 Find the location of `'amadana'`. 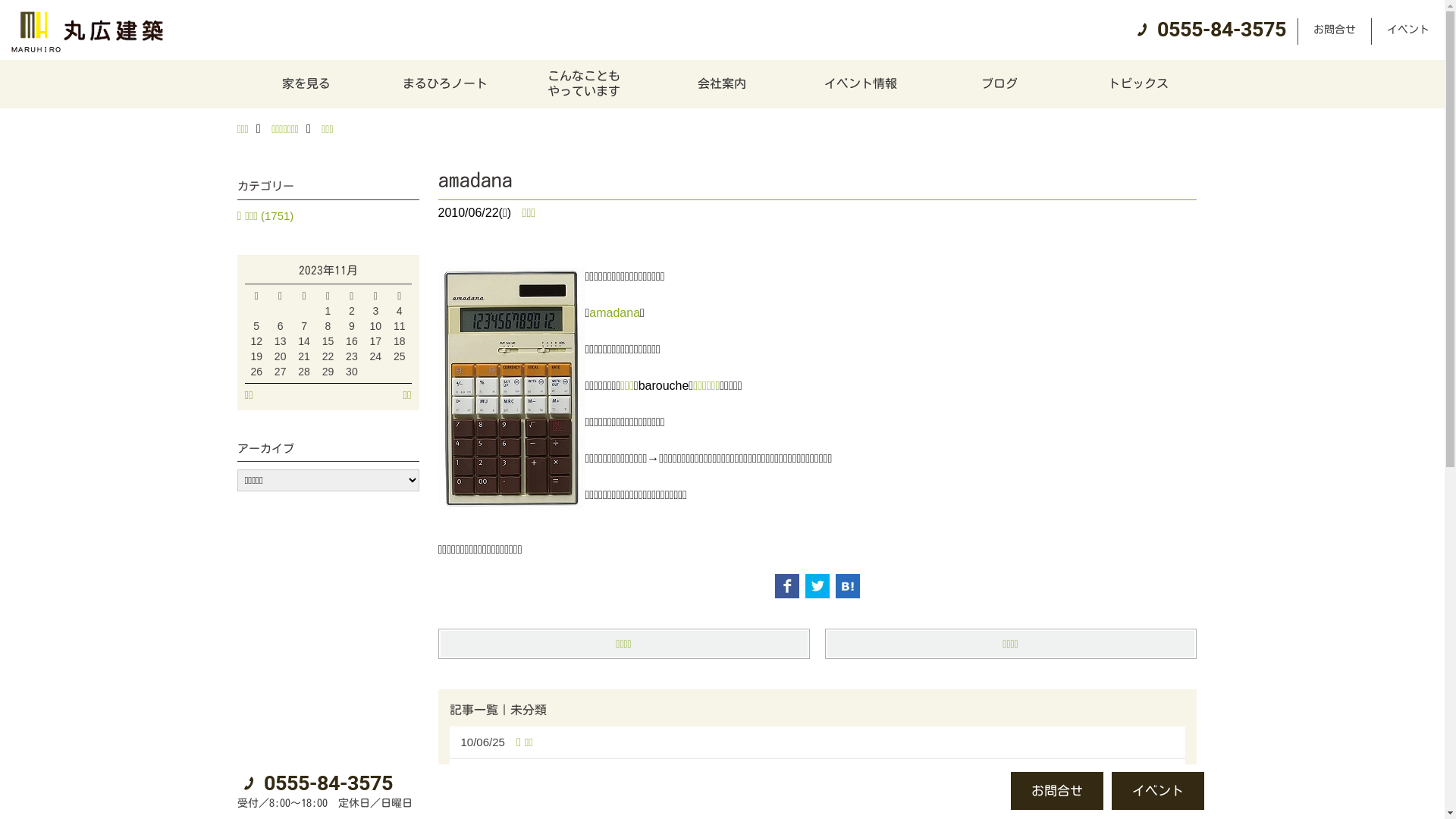

'amadana' is located at coordinates (614, 312).